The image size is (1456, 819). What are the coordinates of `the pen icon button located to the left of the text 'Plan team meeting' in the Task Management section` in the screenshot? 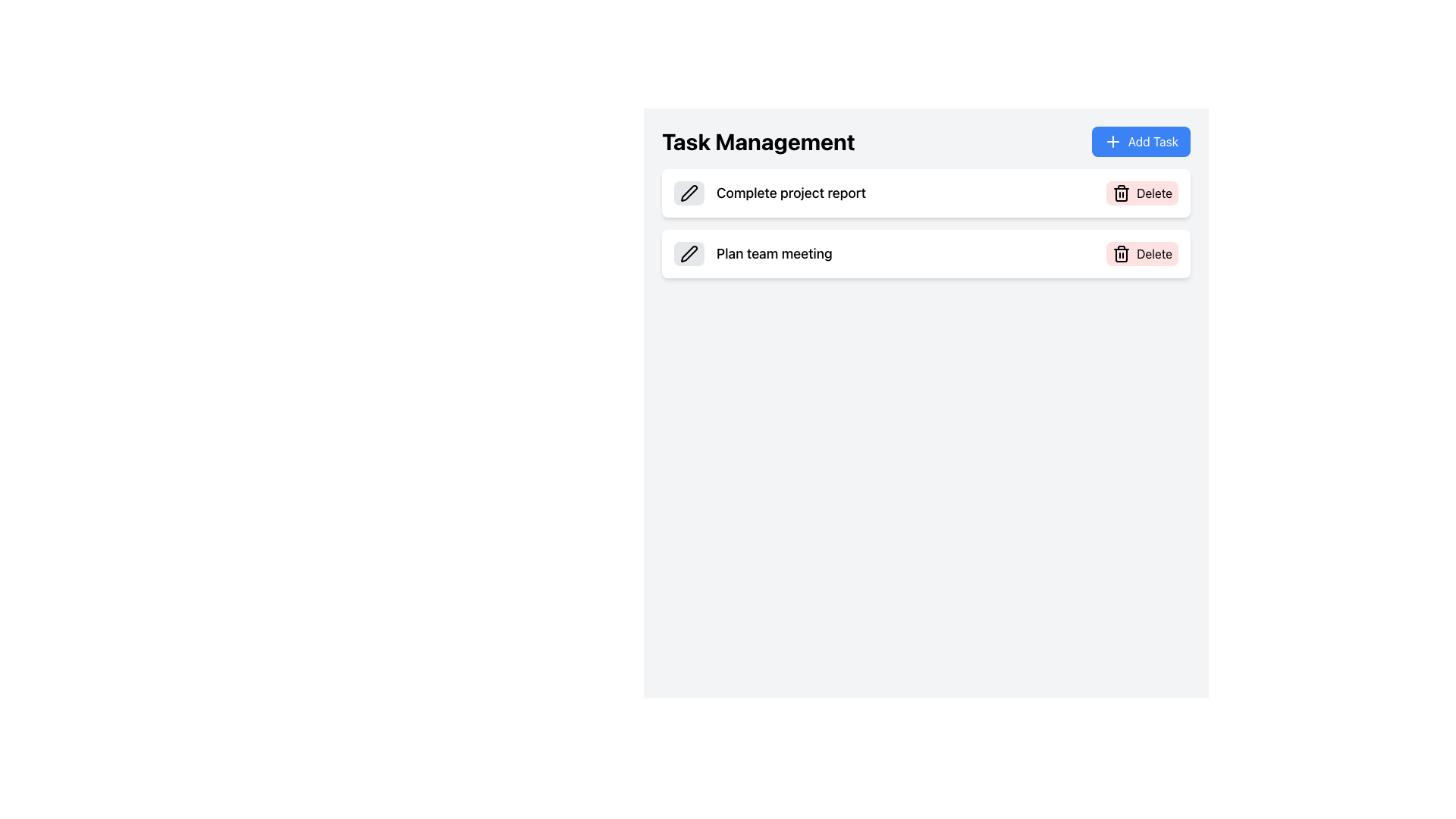 It's located at (688, 253).